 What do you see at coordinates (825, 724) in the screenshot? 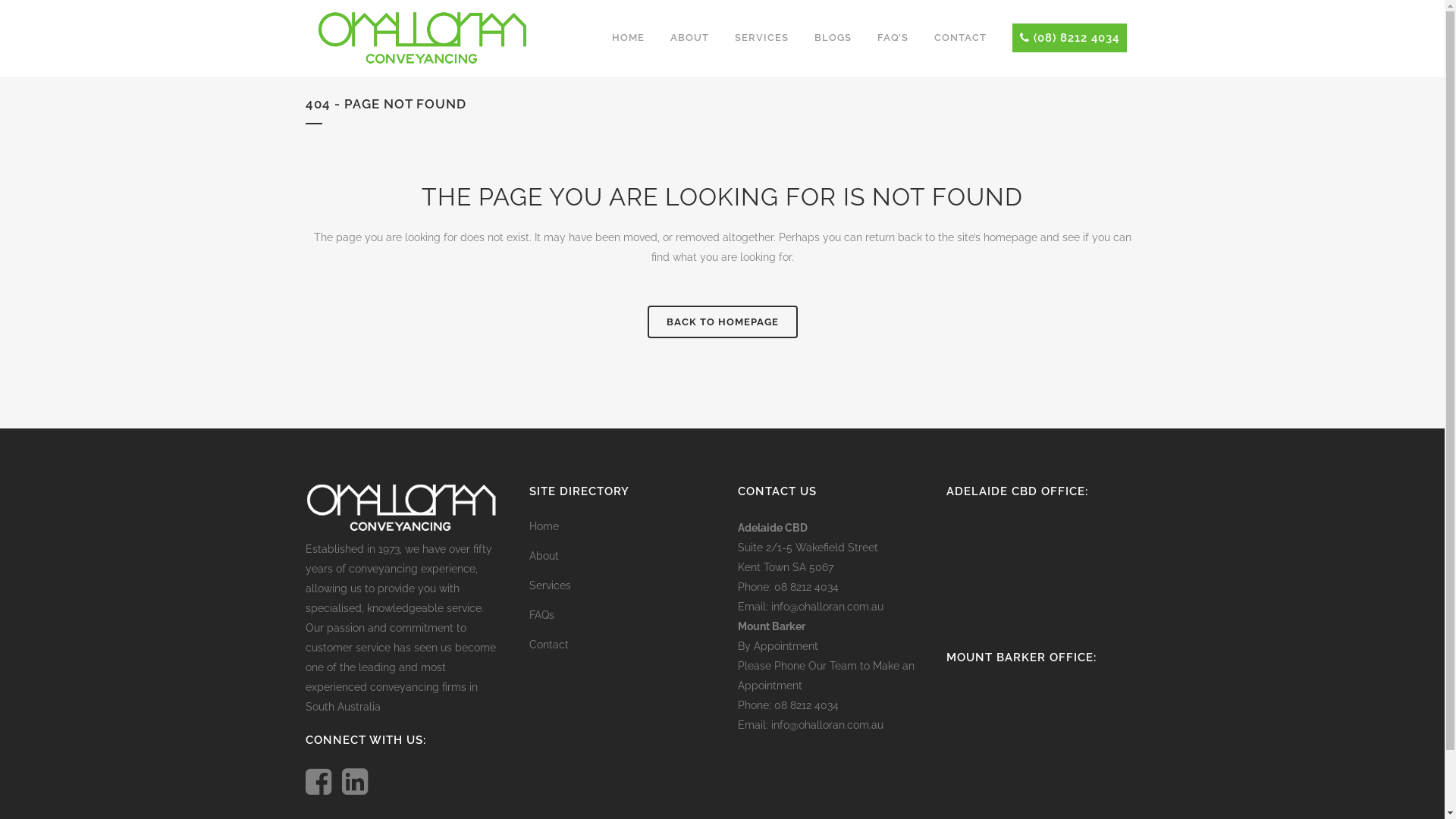
I see `'info@ohalloran.com.au'` at bounding box center [825, 724].